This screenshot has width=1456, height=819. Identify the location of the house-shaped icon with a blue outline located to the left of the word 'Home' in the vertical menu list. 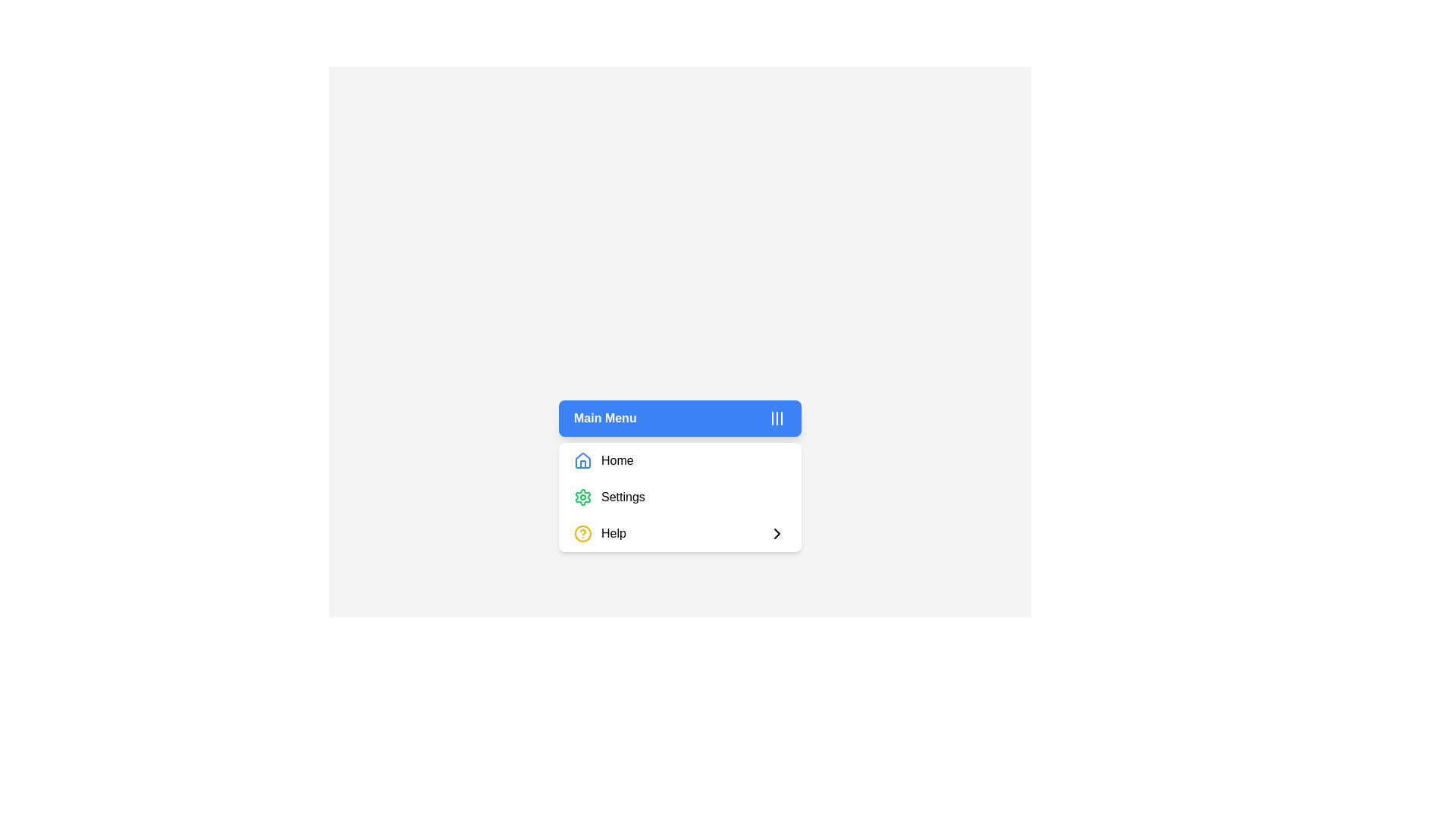
(582, 460).